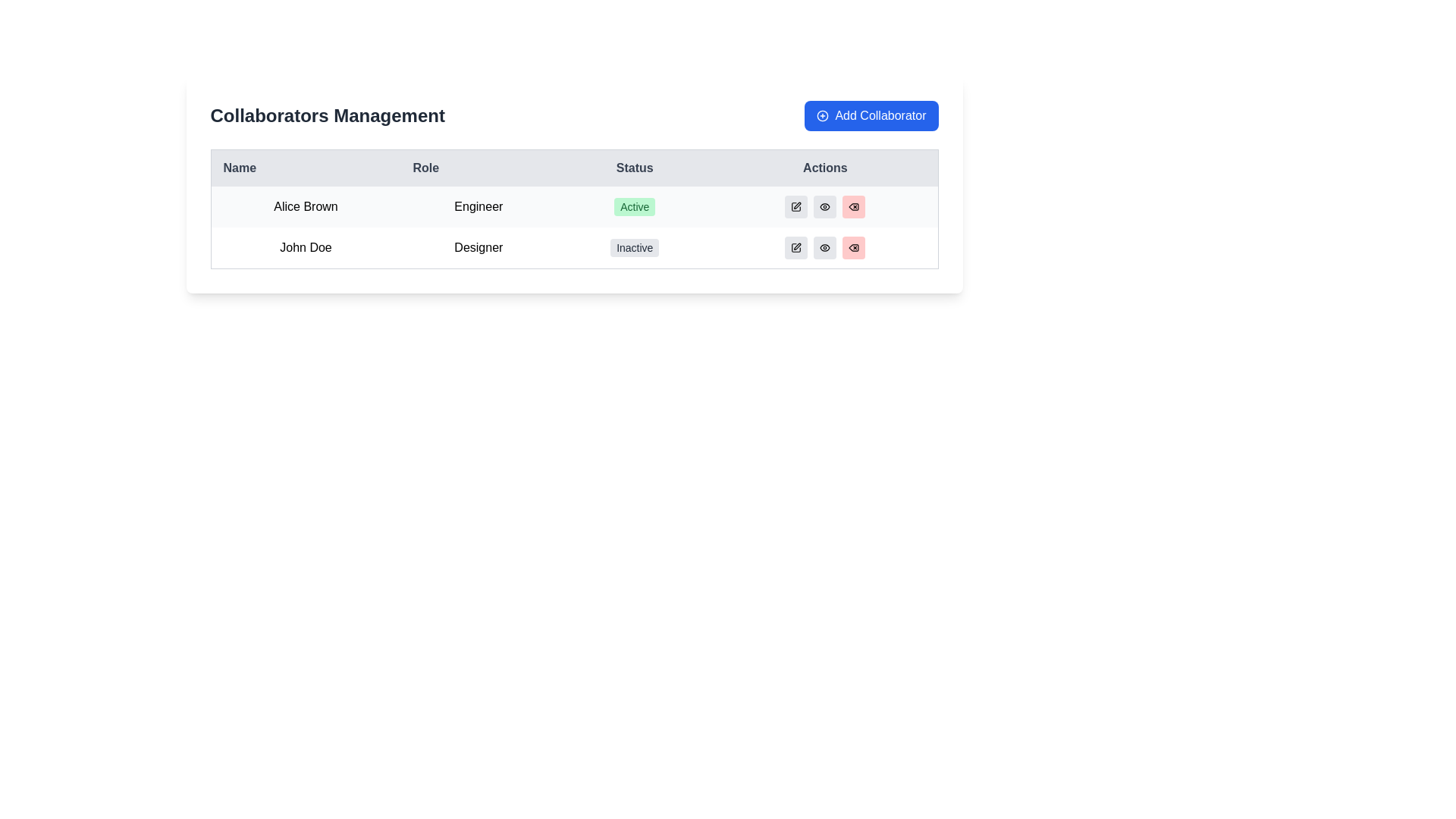 The width and height of the screenshot is (1456, 819). I want to click on the square button with a gray background and a pen icon located in the 'Actions' column for the second row associated with 'John Doe' to initiate edit, so click(795, 247).